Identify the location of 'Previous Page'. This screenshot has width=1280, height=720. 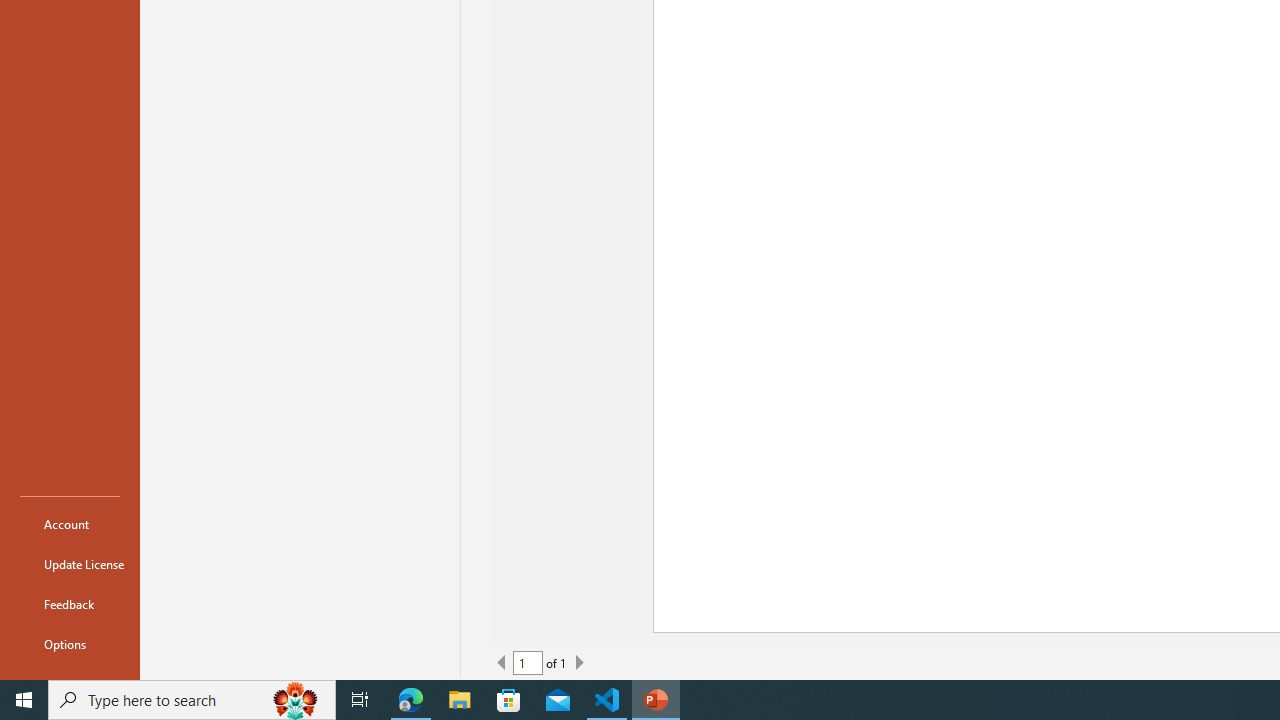
(502, 663).